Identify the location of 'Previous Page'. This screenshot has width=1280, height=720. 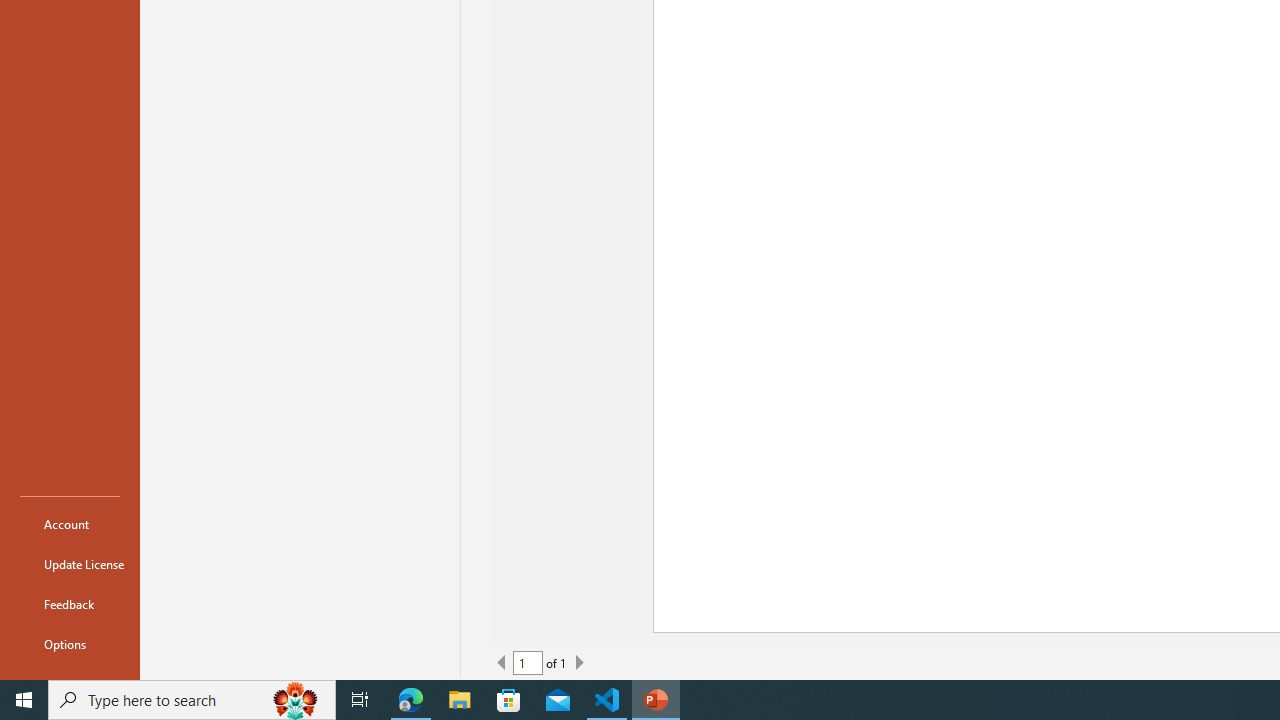
(502, 663).